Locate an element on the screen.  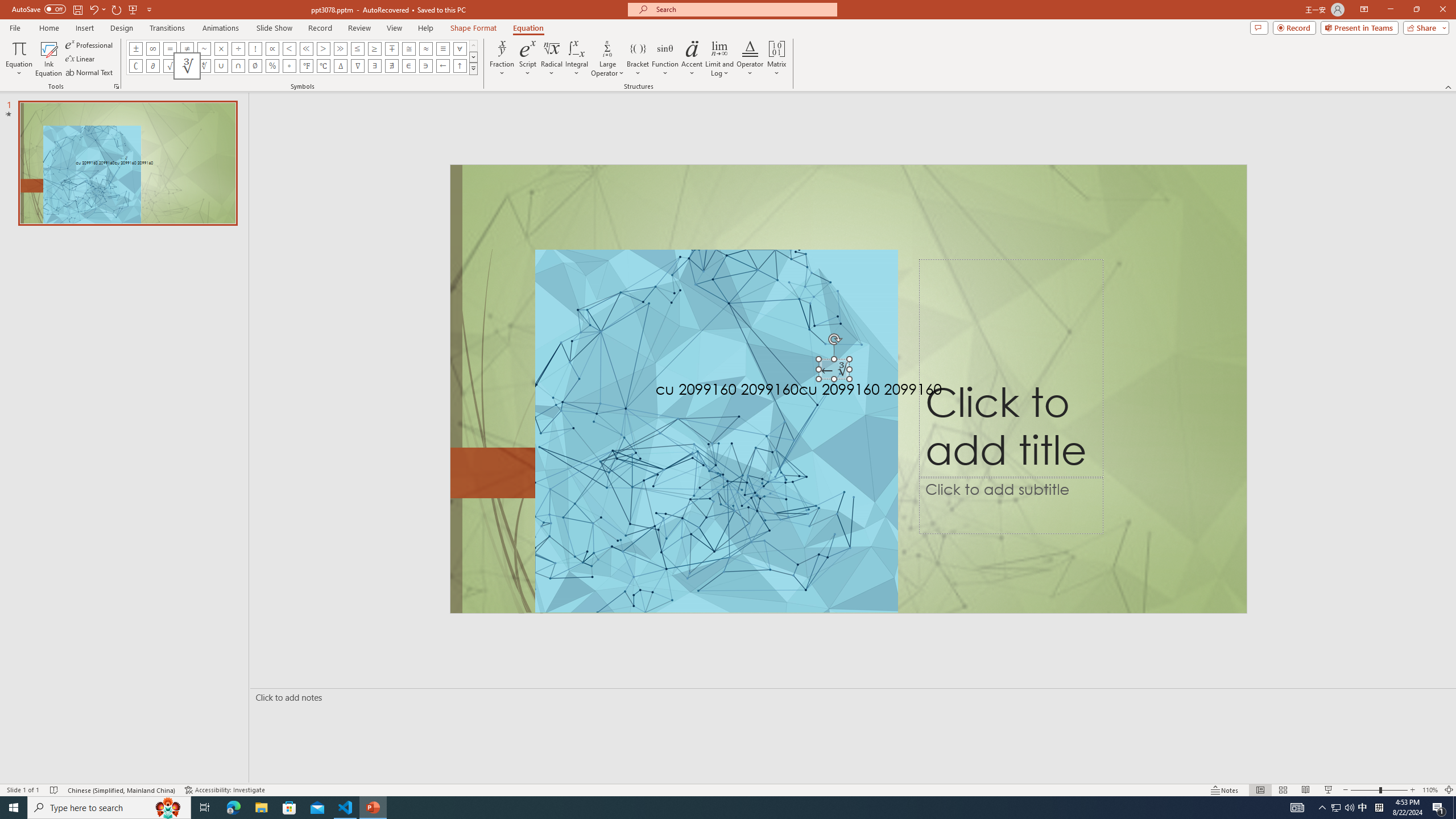
'Equation Options...' is located at coordinates (115, 85).